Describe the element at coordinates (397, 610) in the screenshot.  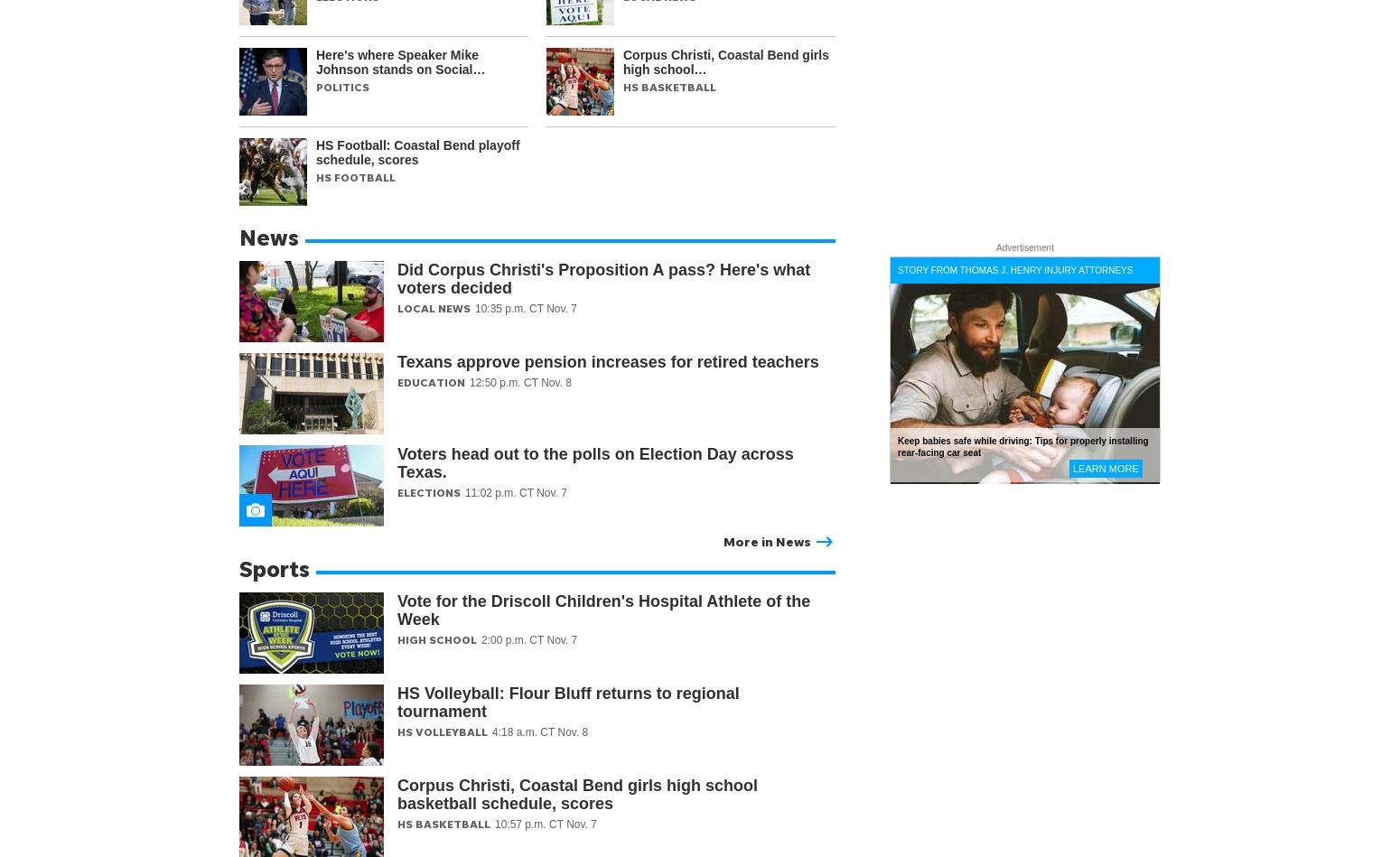
I see `'Vote for the Driscoll Children's Hospital Athlete of the Week'` at that location.